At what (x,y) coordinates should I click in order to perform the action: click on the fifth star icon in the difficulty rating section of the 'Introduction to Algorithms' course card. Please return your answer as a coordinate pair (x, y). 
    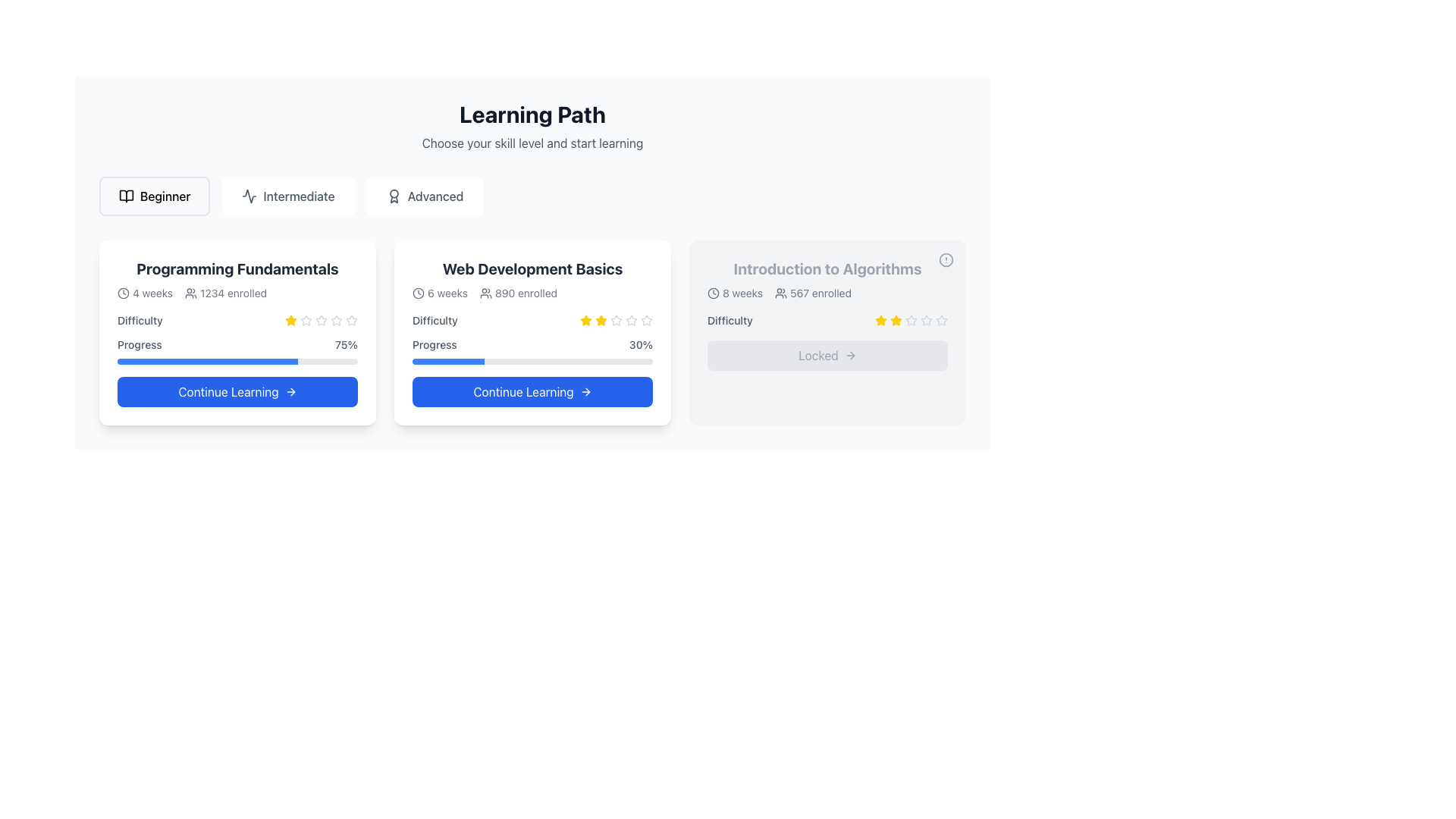
    Looking at the image, I should click on (926, 320).